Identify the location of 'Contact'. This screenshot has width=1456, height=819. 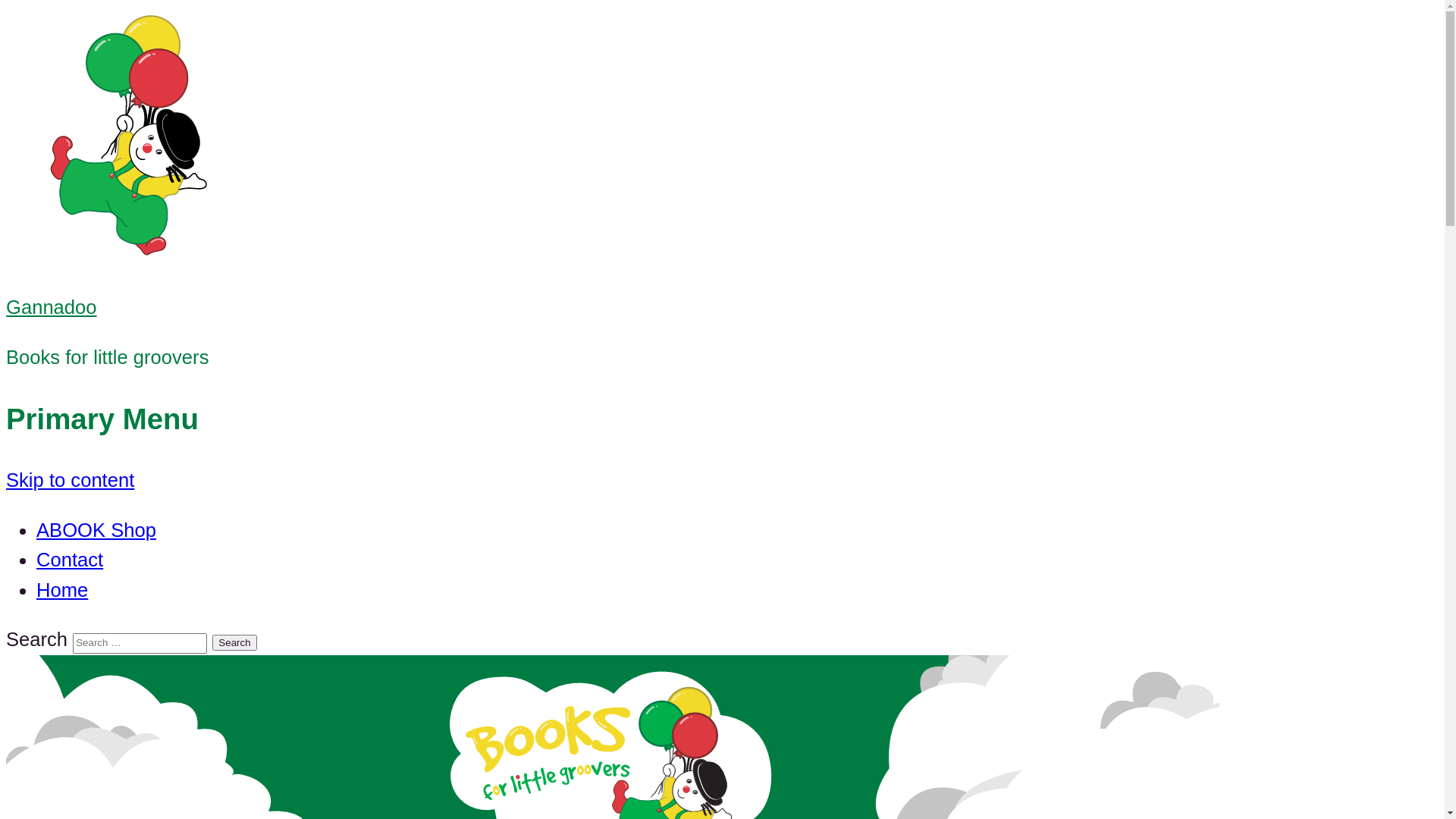
(68, 559).